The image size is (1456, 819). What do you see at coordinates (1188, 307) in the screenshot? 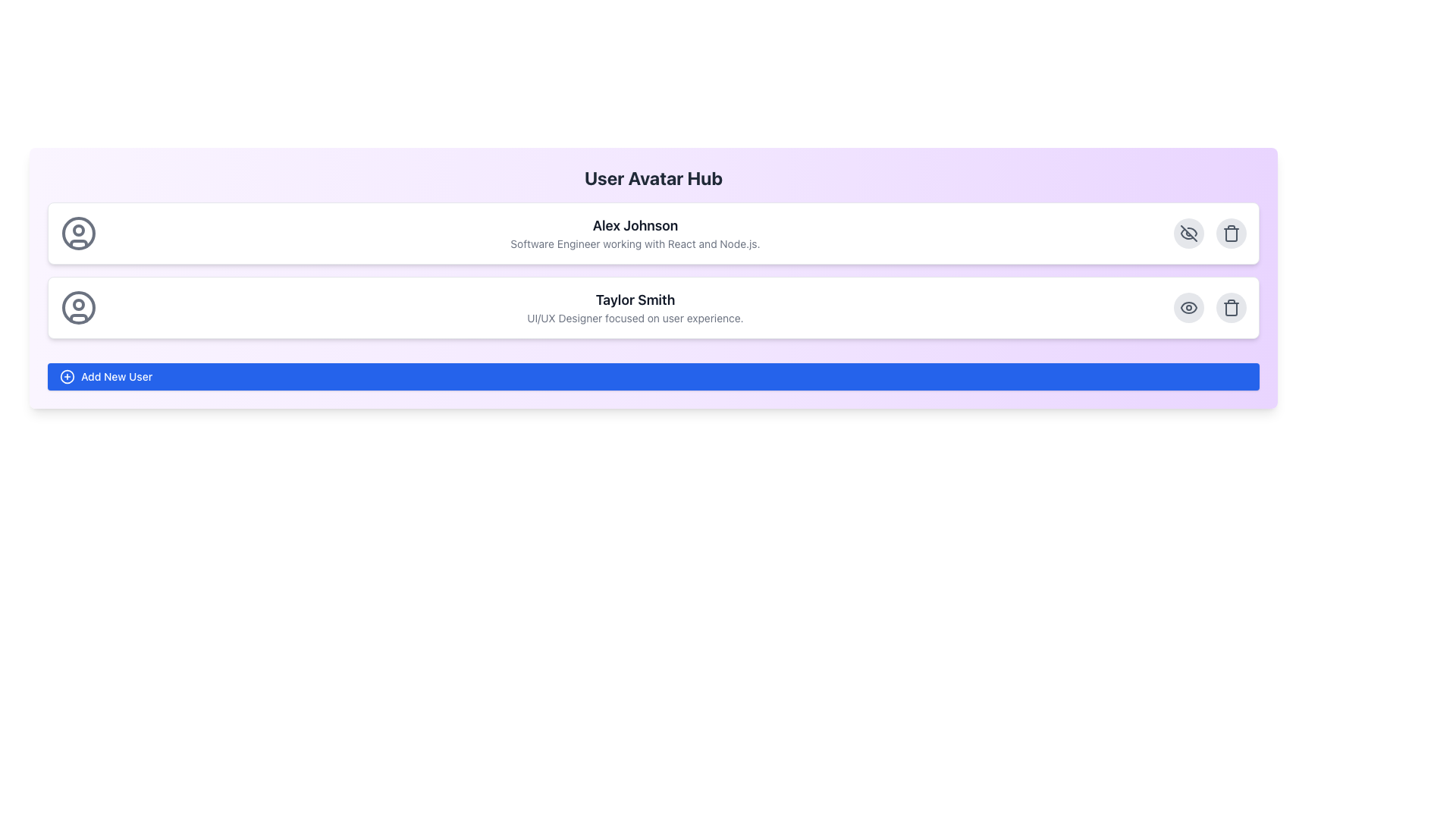
I see `the outlined eye icon representing the visibility toggle located to the right of the user information field for Taylor Smith` at bounding box center [1188, 307].